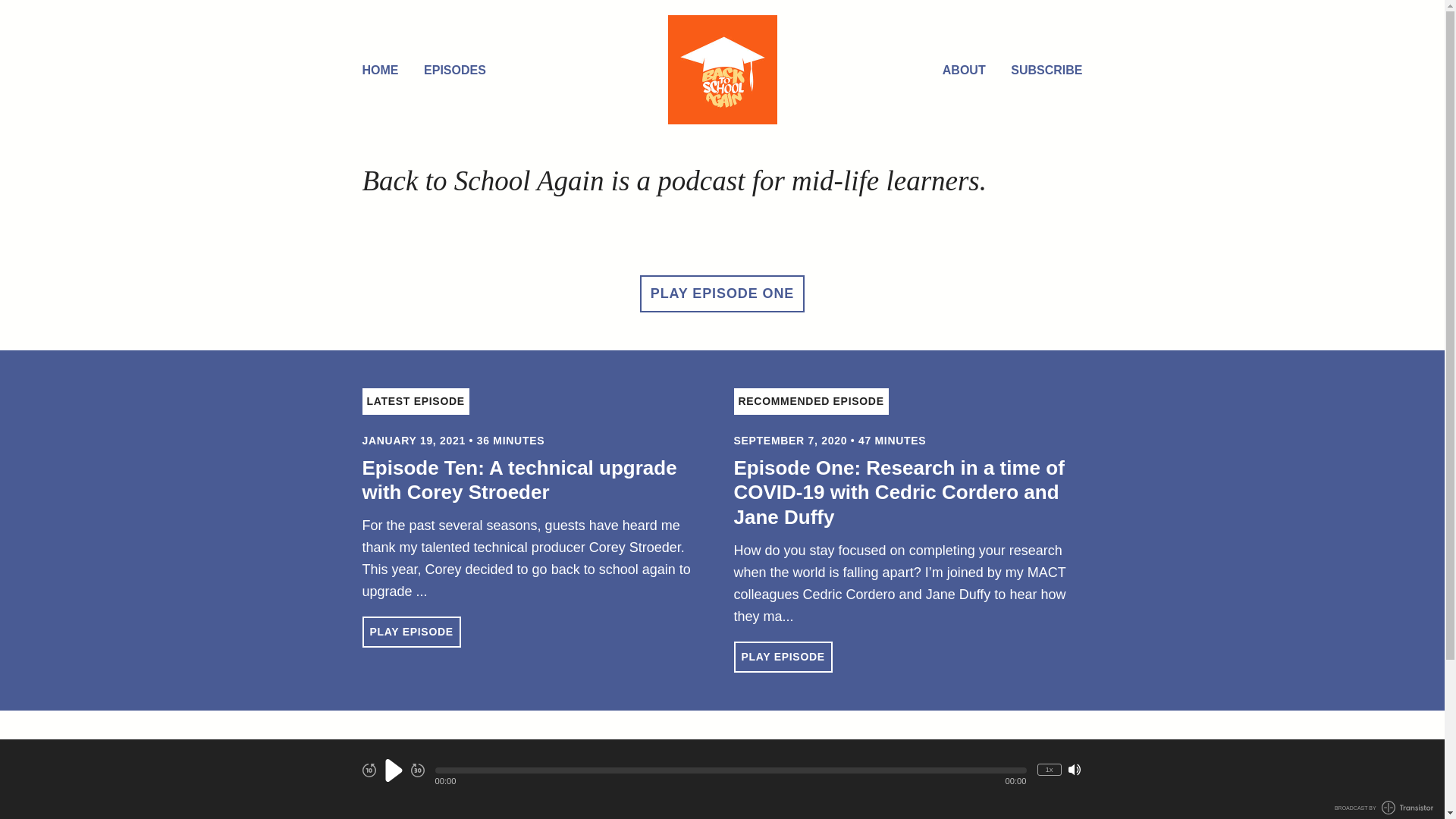 This screenshot has width=1456, height=819. What do you see at coordinates (411, 632) in the screenshot?
I see `'PLAY EPISODE'` at bounding box center [411, 632].